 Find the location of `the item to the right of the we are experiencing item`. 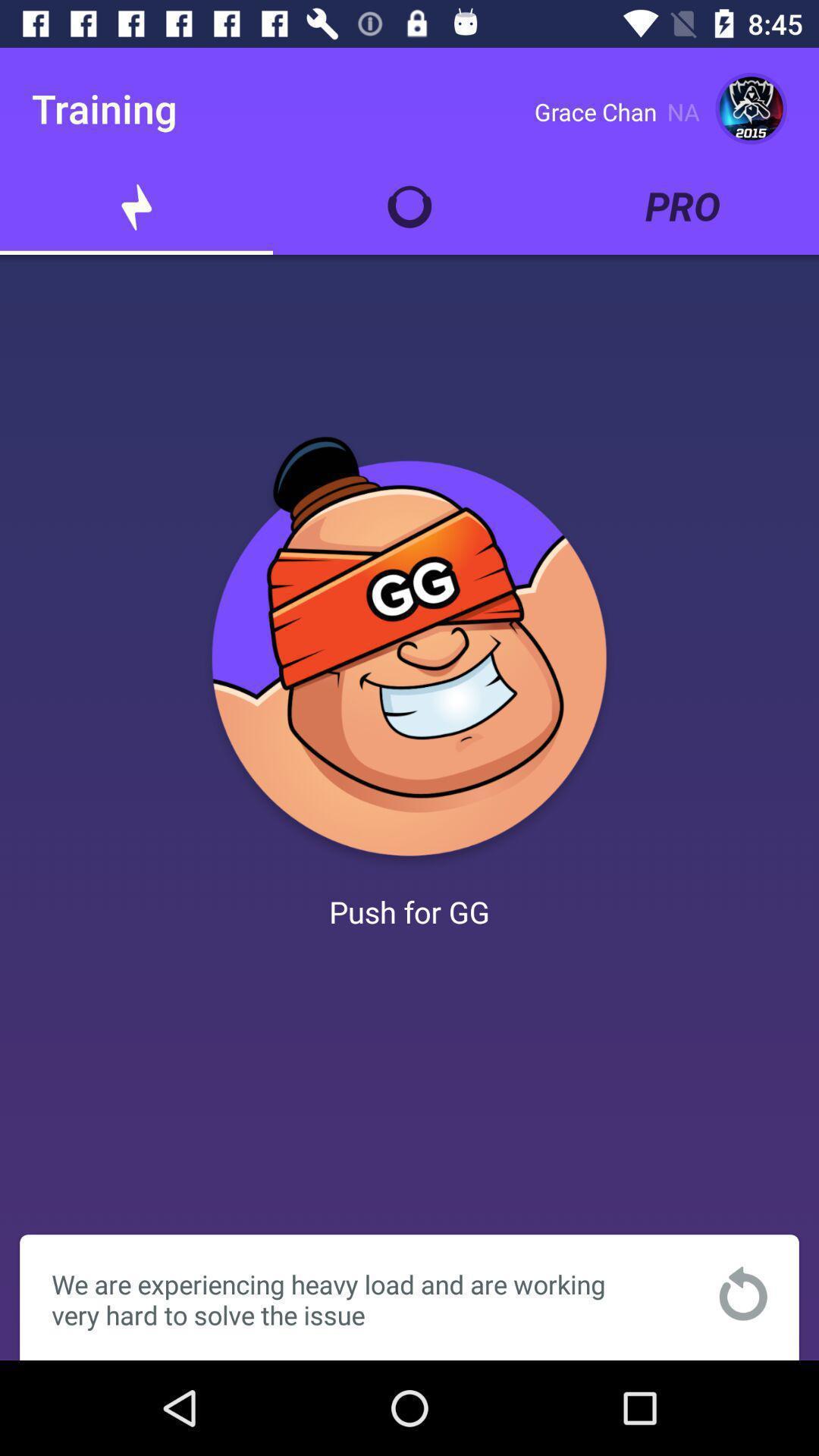

the item to the right of the we are experiencing item is located at coordinates (742, 1292).